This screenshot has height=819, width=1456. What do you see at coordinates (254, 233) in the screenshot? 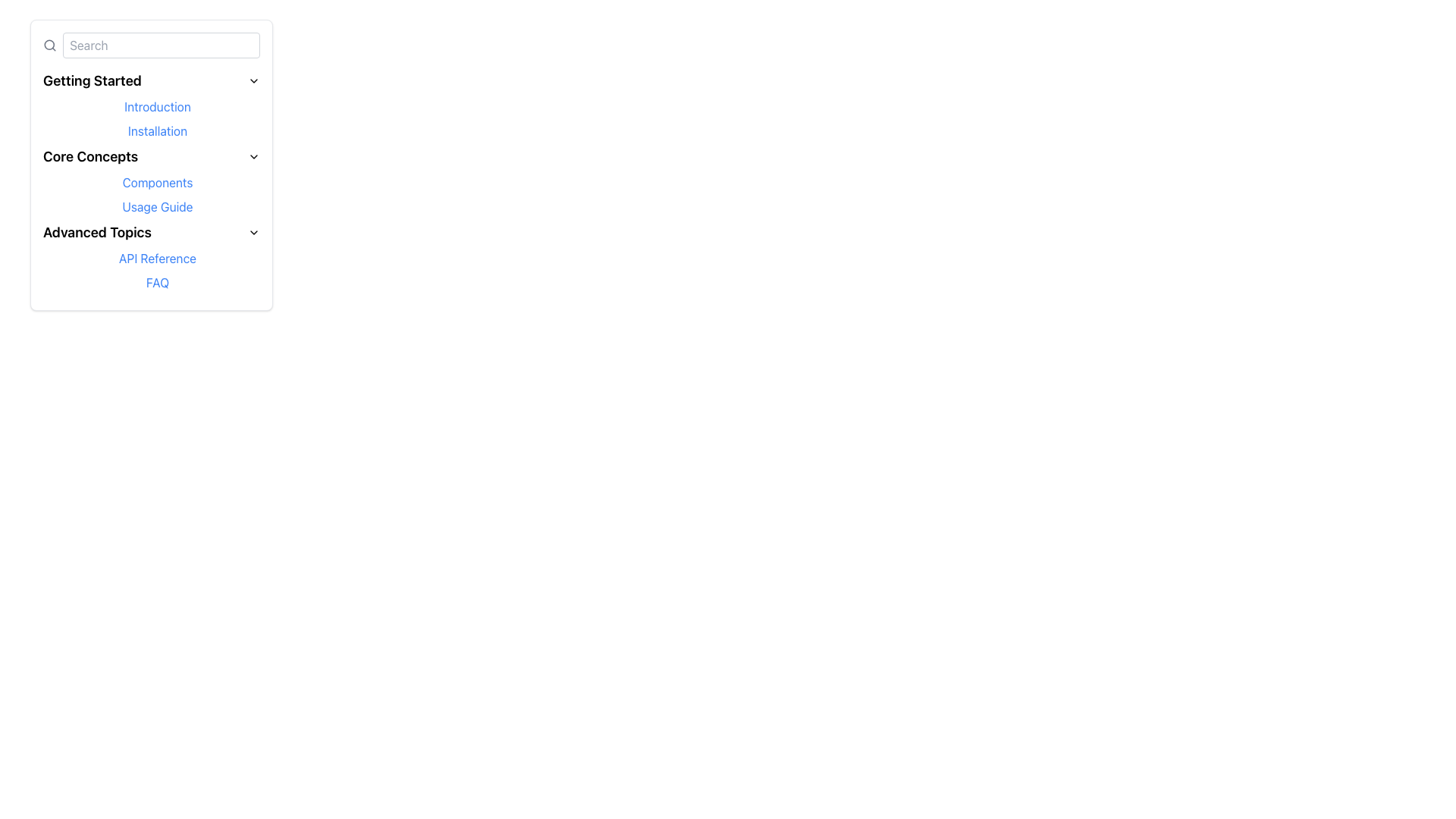
I see `the downward-pointing chevron icon located to the right of the 'Advanced Topics' text in the collapsible navigation menu` at bounding box center [254, 233].